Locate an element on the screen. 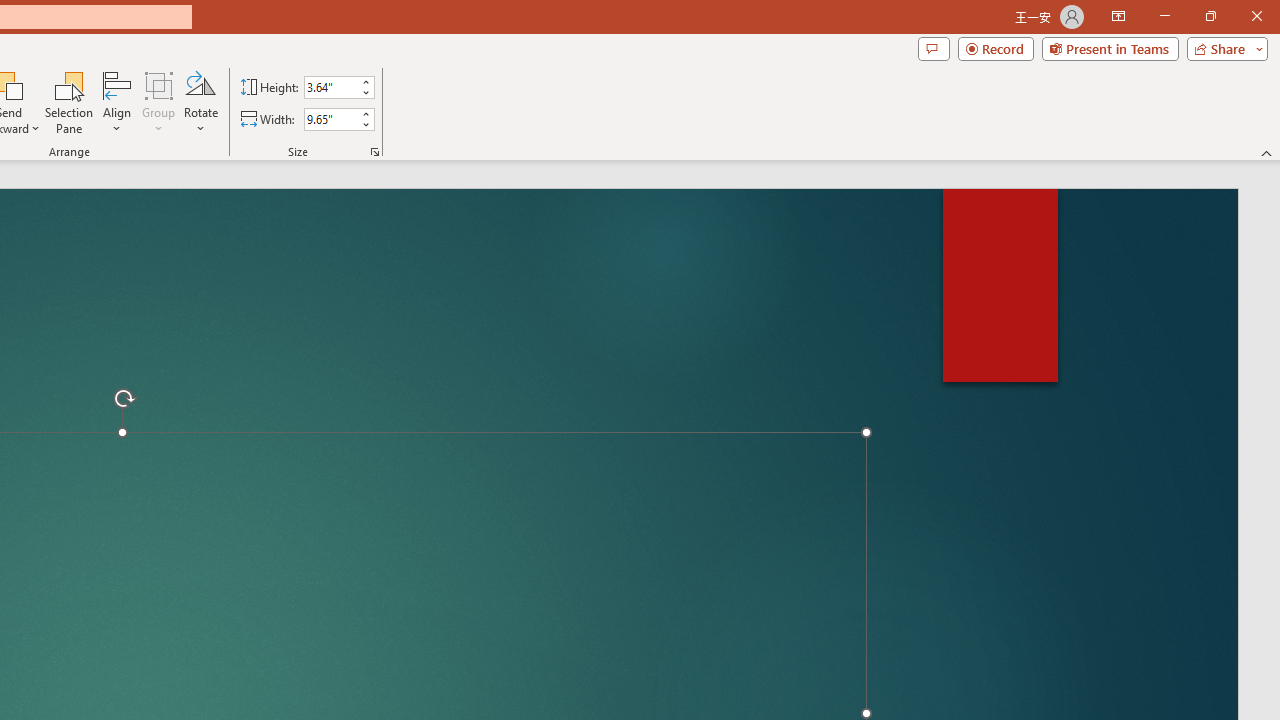 This screenshot has width=1280, height=720. 'Rotate' is located at coordinates (200, 103).